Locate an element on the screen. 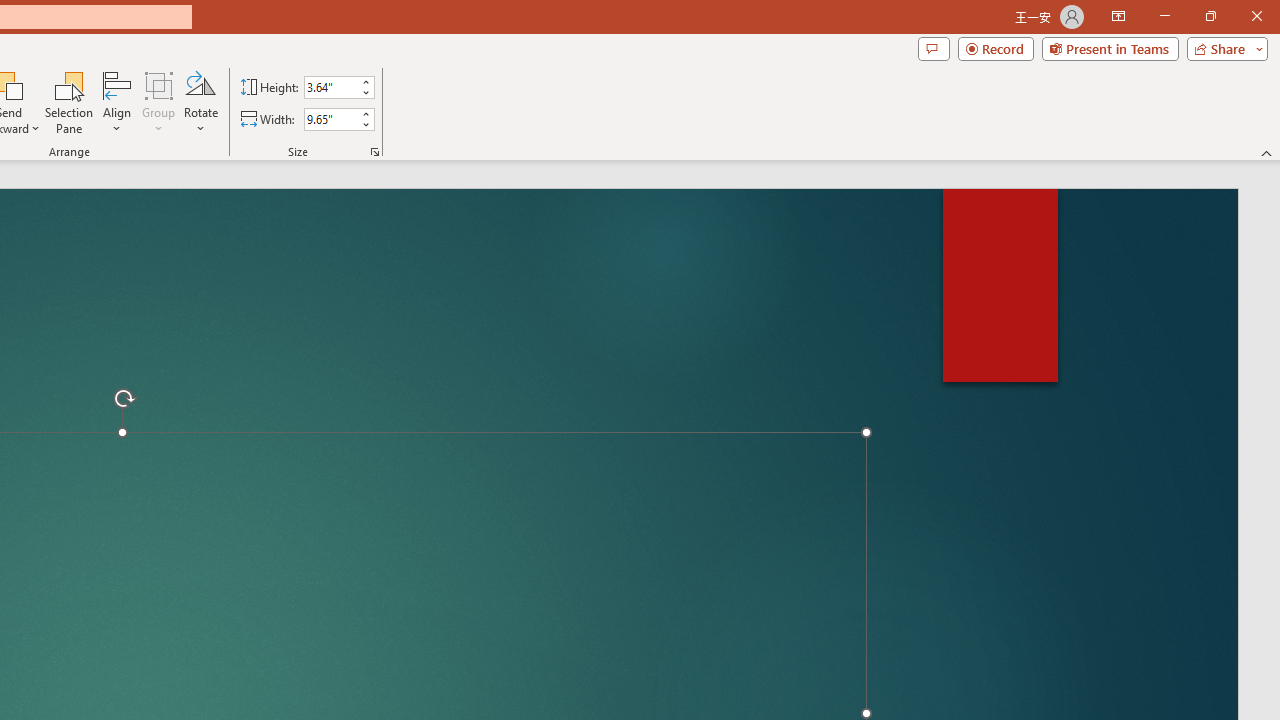 This screenshot has width=1280, height=720. 'Rotate' is located at coordinates (200, 103).